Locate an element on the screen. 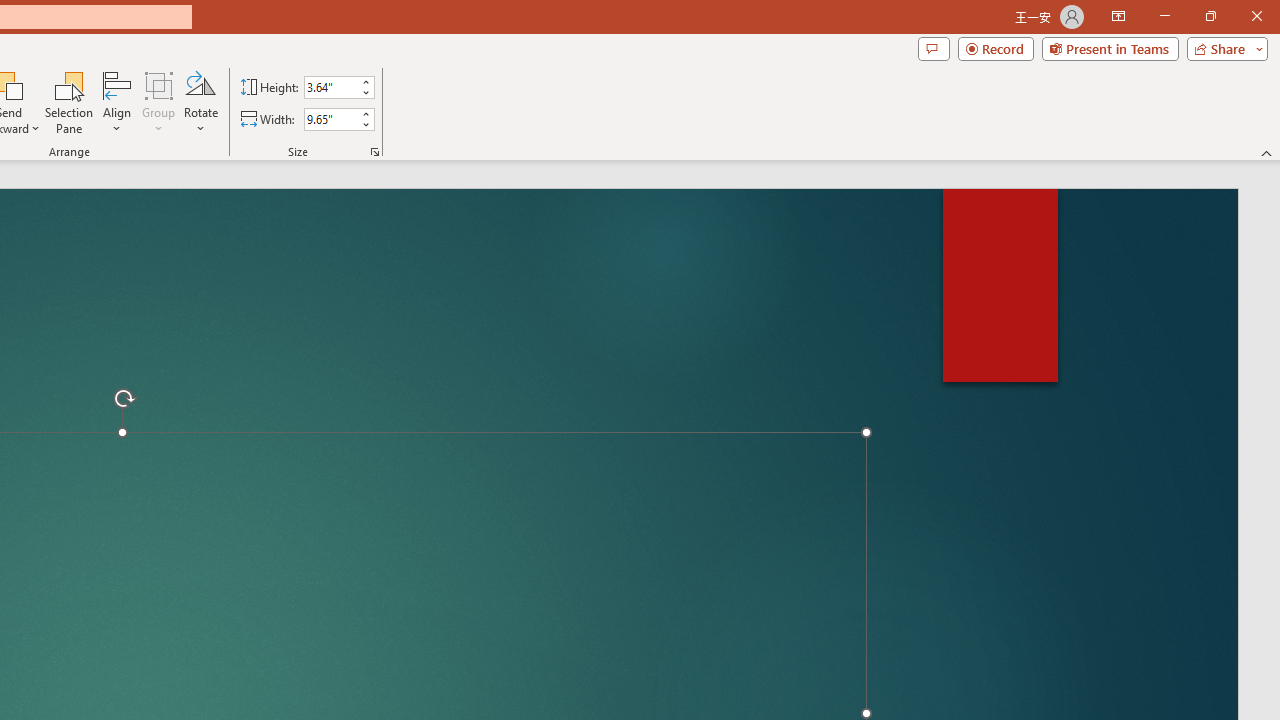 This screenshot has width=1280, height=720. 'Rotate' is located at coordinates (200, 103).